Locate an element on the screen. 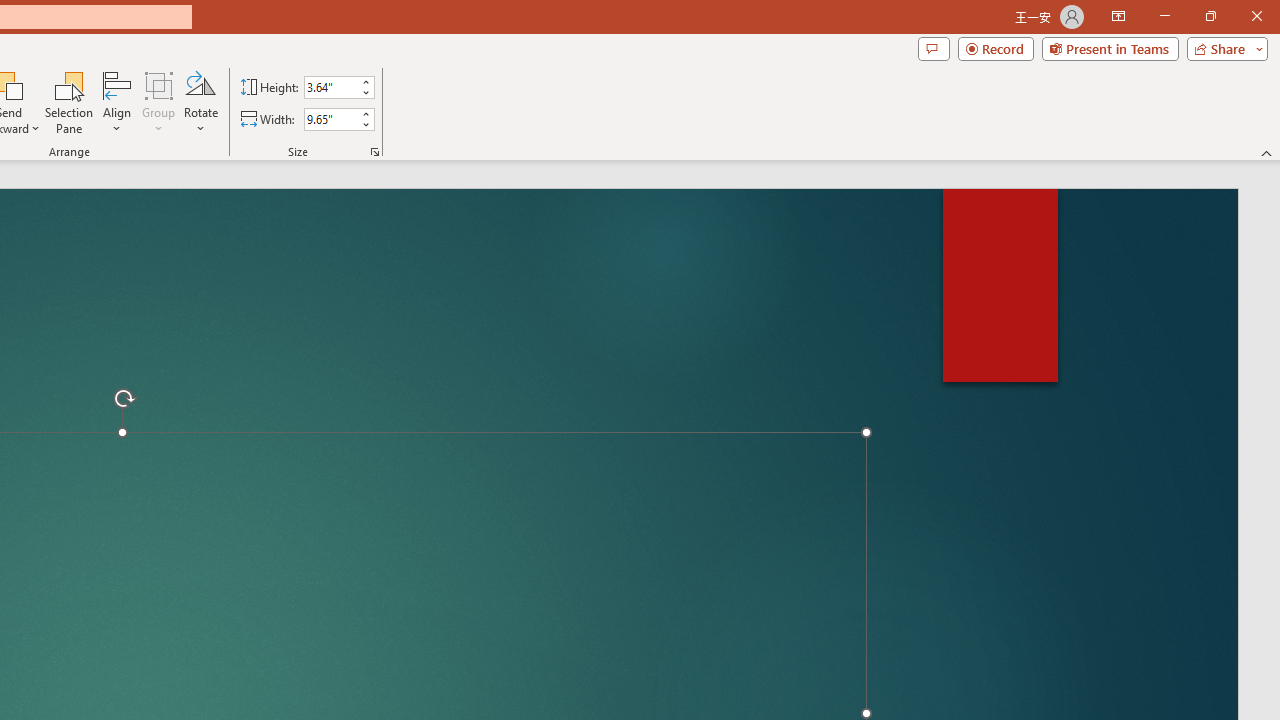 This screenshot has width=1280, height=720. 'Rotate' is located at coordinates (200, 103).